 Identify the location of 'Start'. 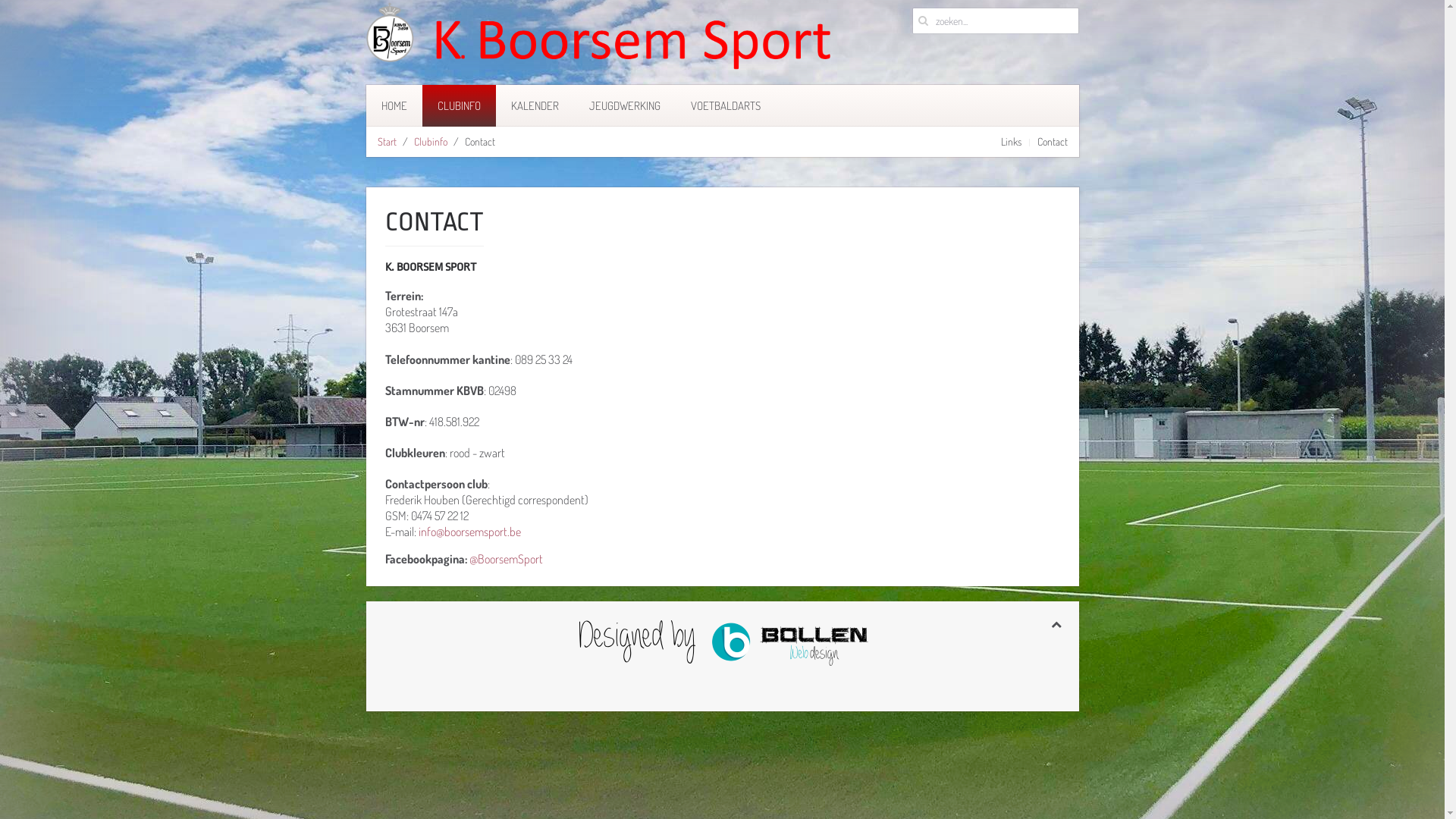
(387, 141).